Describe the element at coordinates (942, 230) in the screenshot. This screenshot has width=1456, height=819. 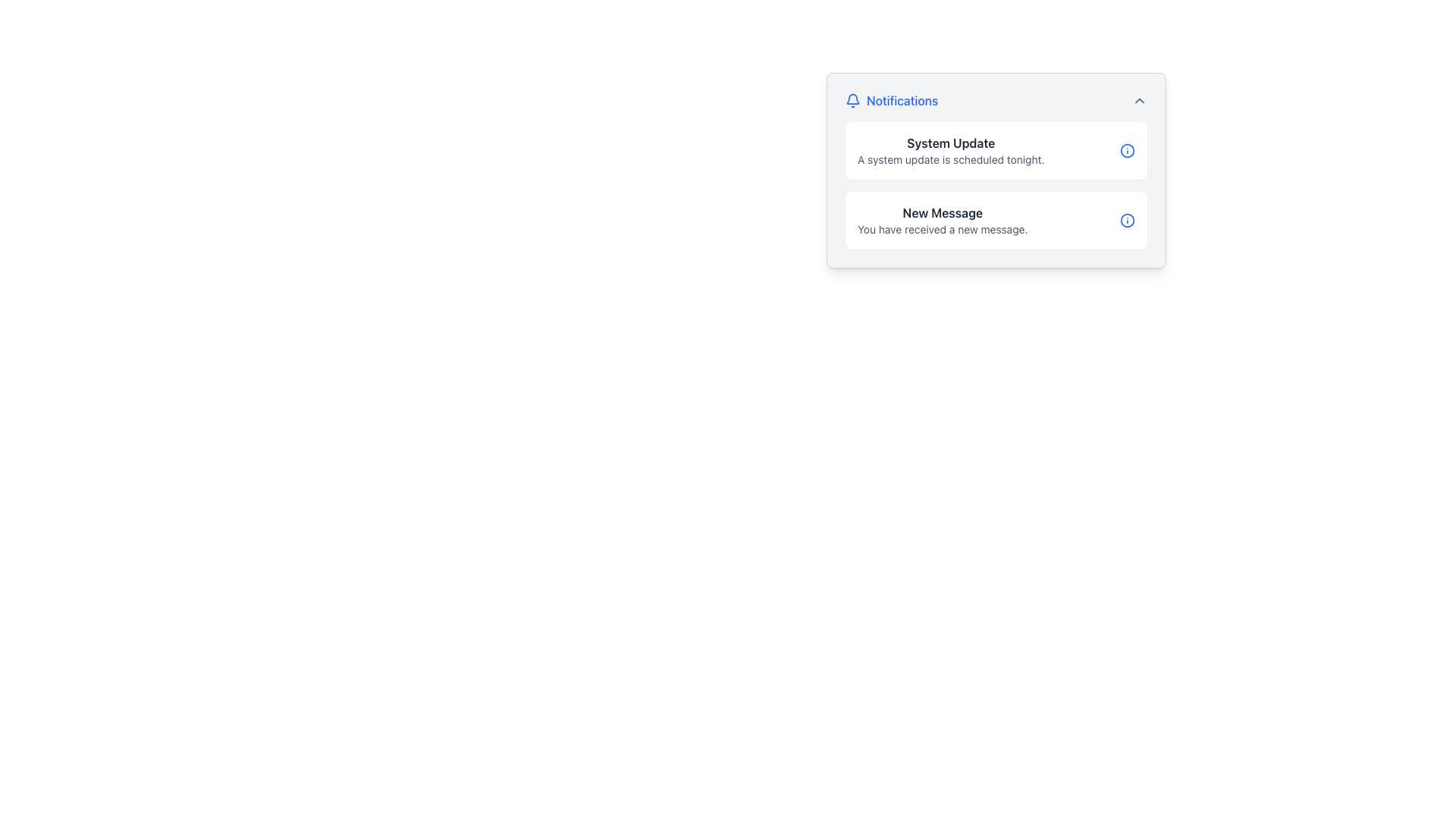
I see `text displayed in the notification message below the 'New Message' title in the notifications panel` at that location.